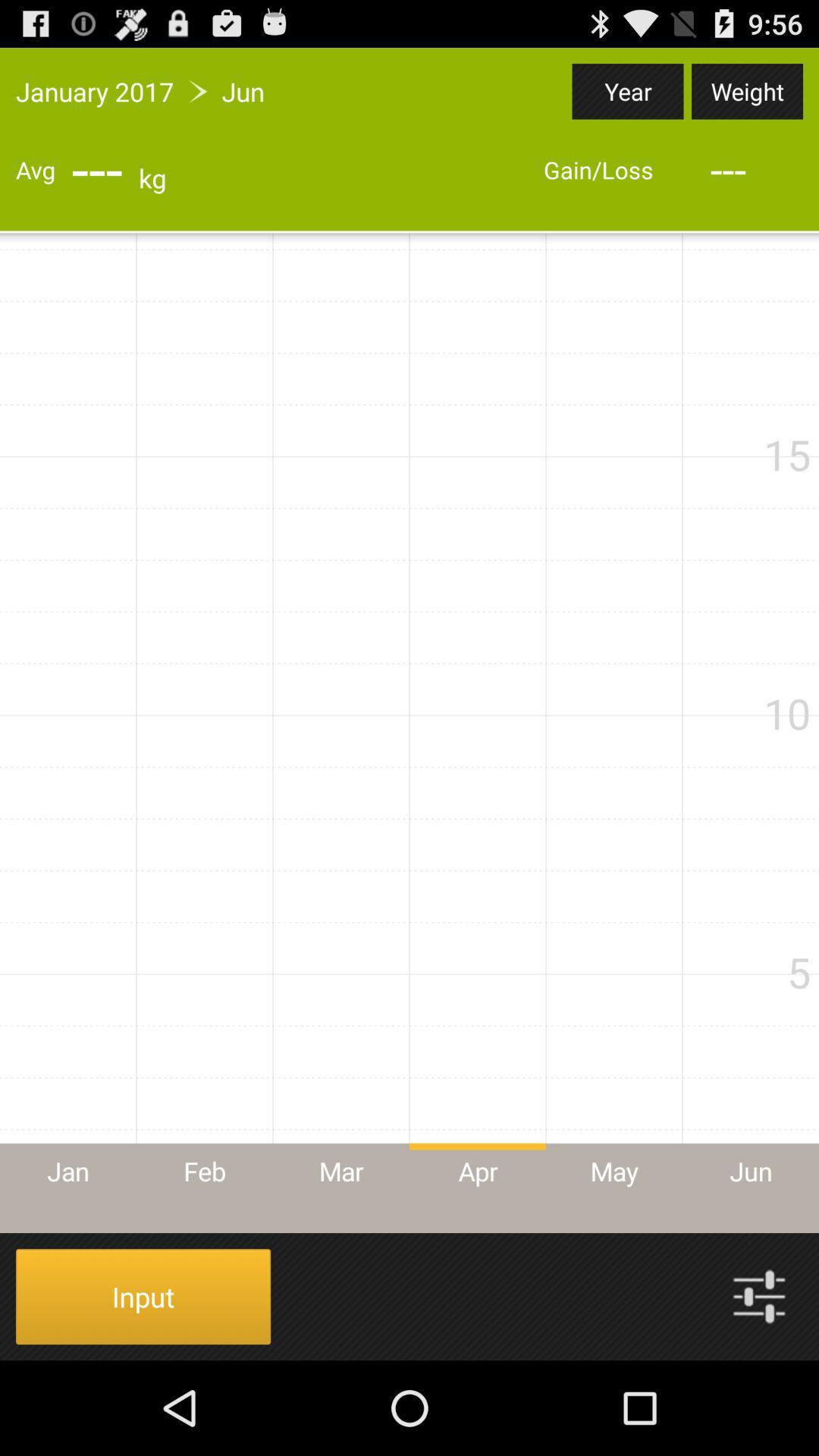 Image resolution: width=819 pixels, height=1456 pixels. What do you see at coordinates (746, 90) in the screenshot?
I see `app above --- app` at bounding box center [746, 90].